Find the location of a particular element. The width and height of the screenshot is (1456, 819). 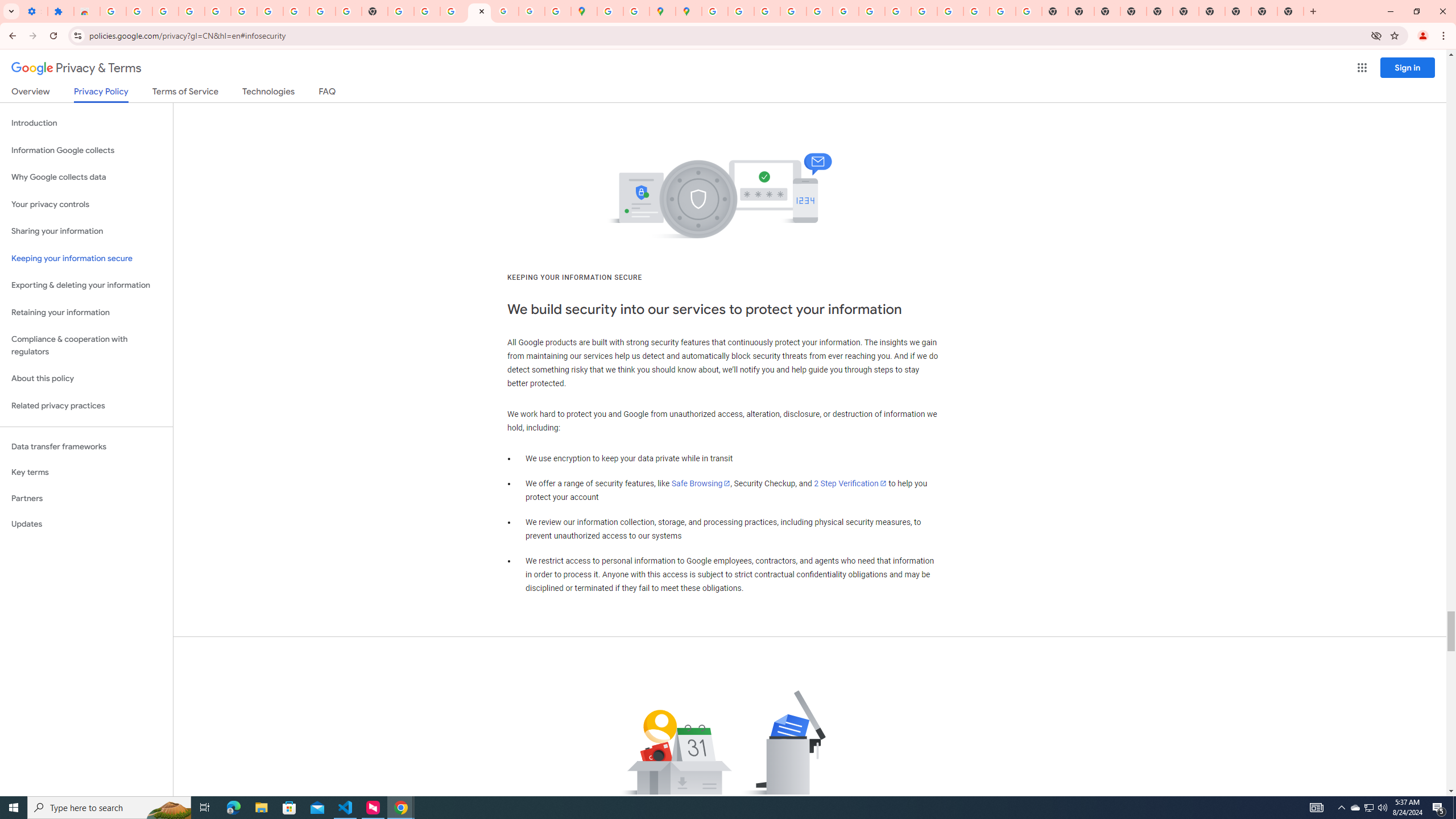

'Google Images' is located at coordinates (1028, 11).